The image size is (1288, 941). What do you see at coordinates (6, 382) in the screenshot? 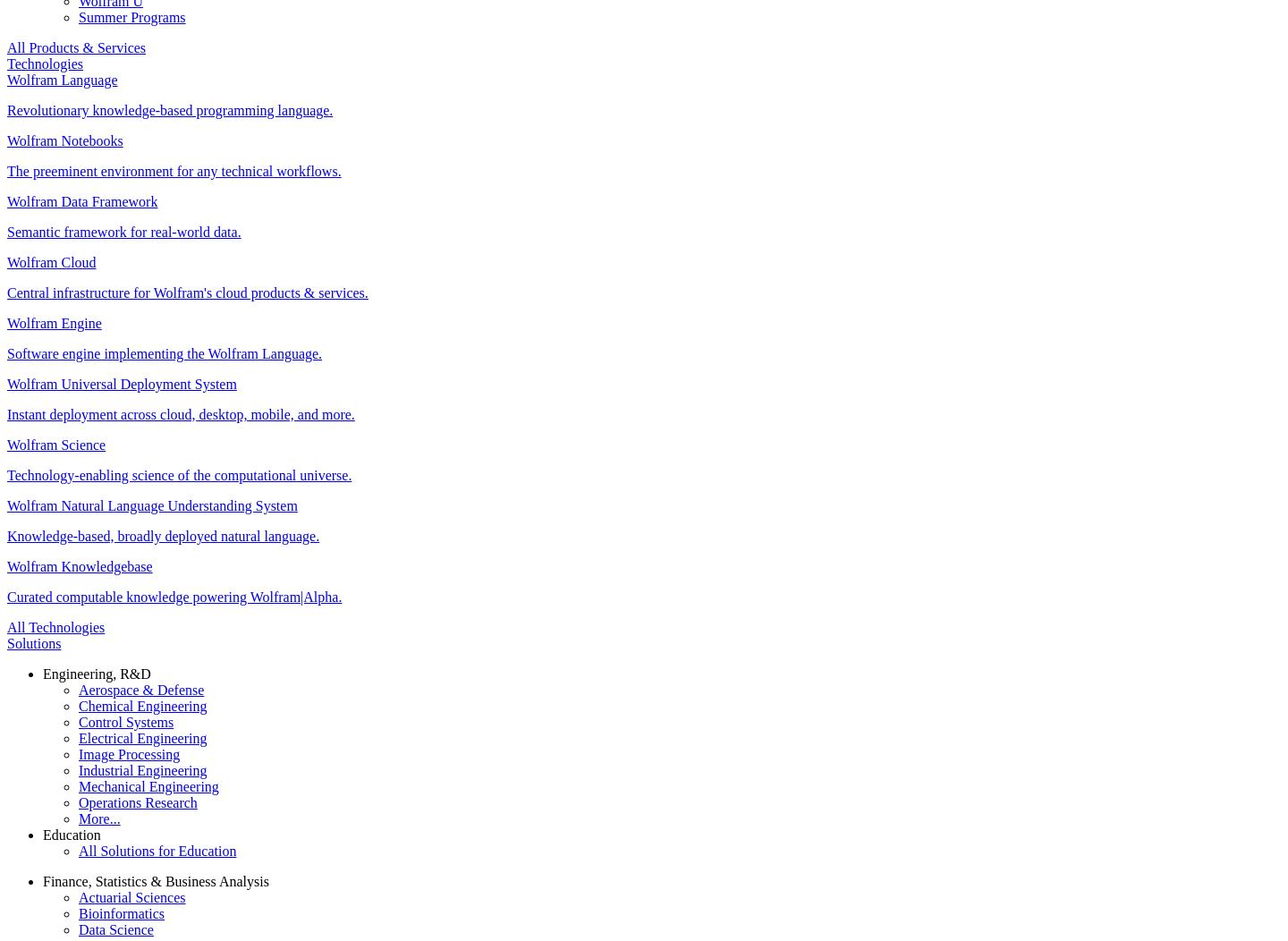
I see `'Wolfram Universal Deployment System'` at bounding box center [6, 382].